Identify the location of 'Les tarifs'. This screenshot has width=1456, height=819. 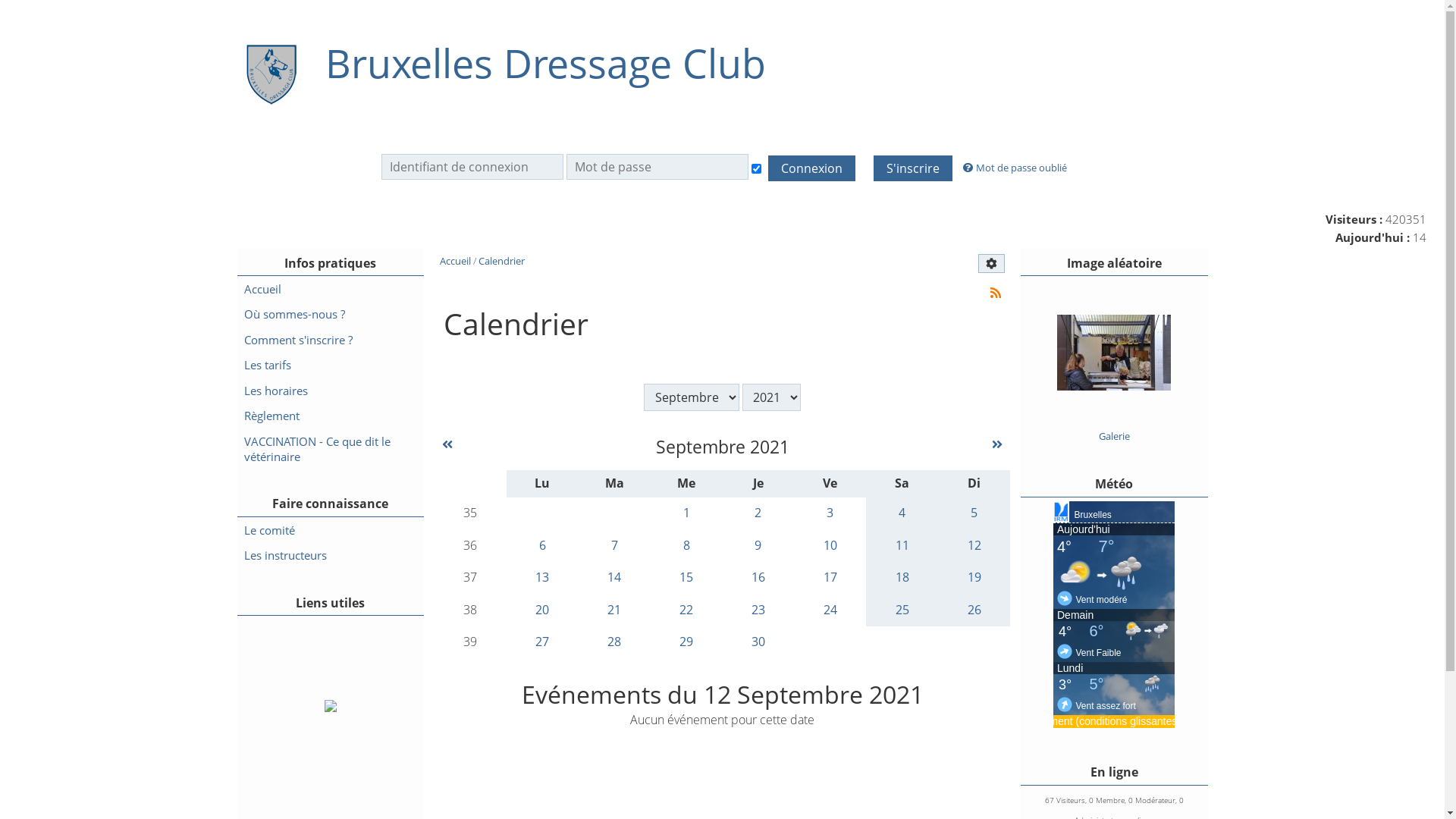
(329, 366).